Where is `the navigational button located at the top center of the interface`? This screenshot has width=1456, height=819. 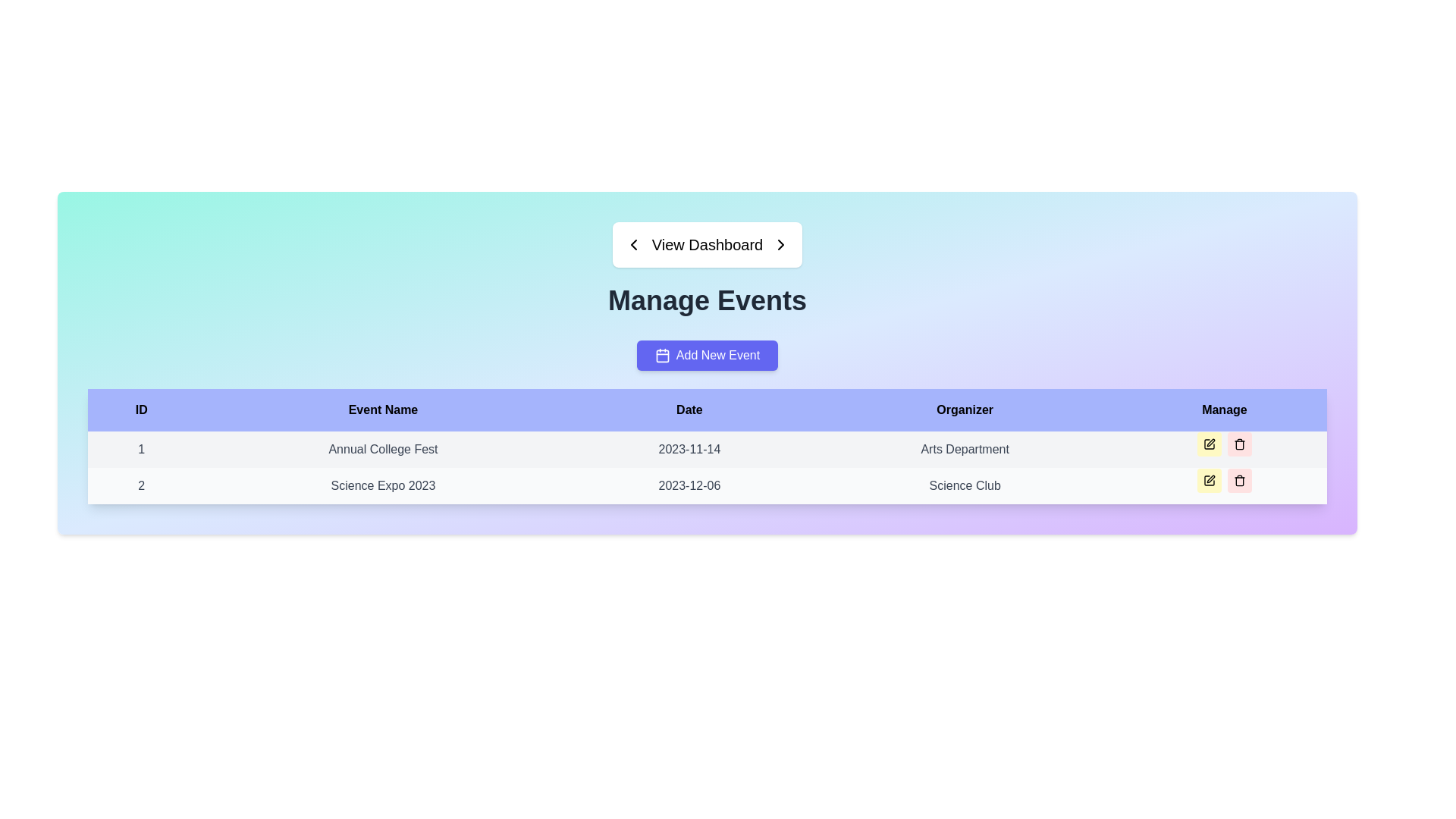
the navigational button located at the top center of the interface is located at coordinates (706, 244).